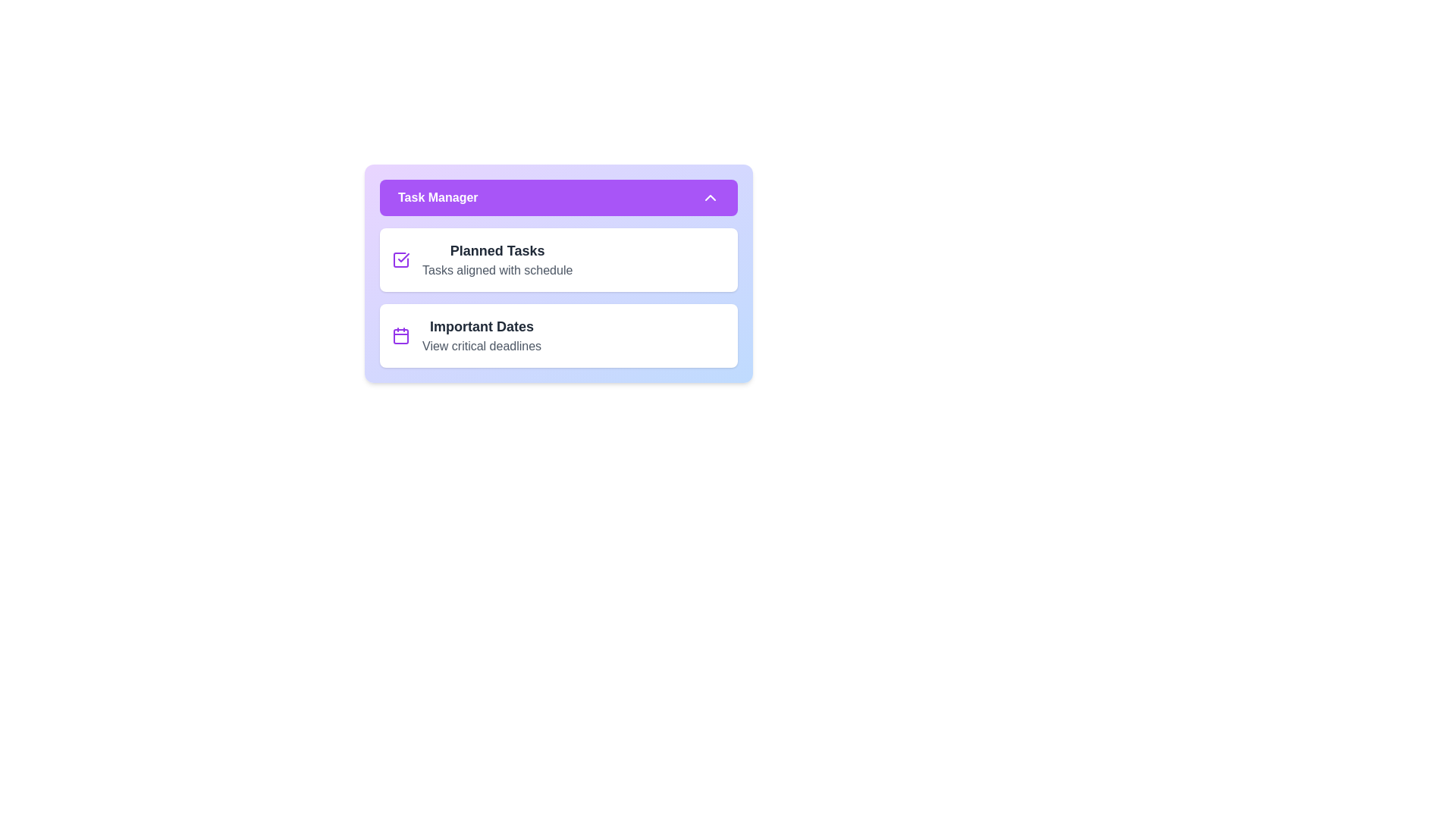  What do you see at coordinates (558, 197) in the screenshot?
I see `the 'Task Manager' button to toggle the visibility of the task categories` at bounding box center [558, 197].